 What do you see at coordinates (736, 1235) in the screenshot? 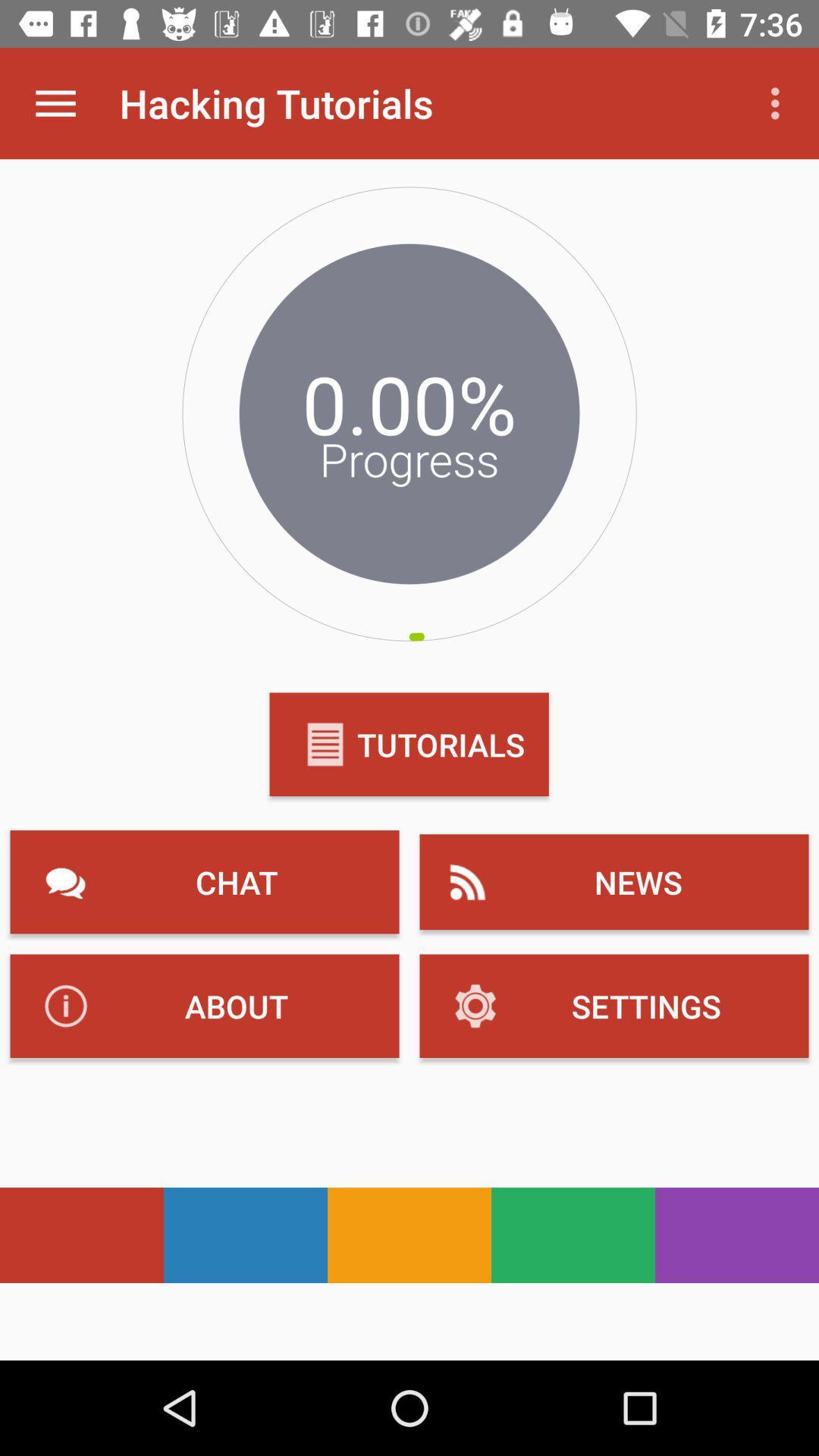
I see `purple color which is at bottom right side of the page` at bounding box center [736, 1235].